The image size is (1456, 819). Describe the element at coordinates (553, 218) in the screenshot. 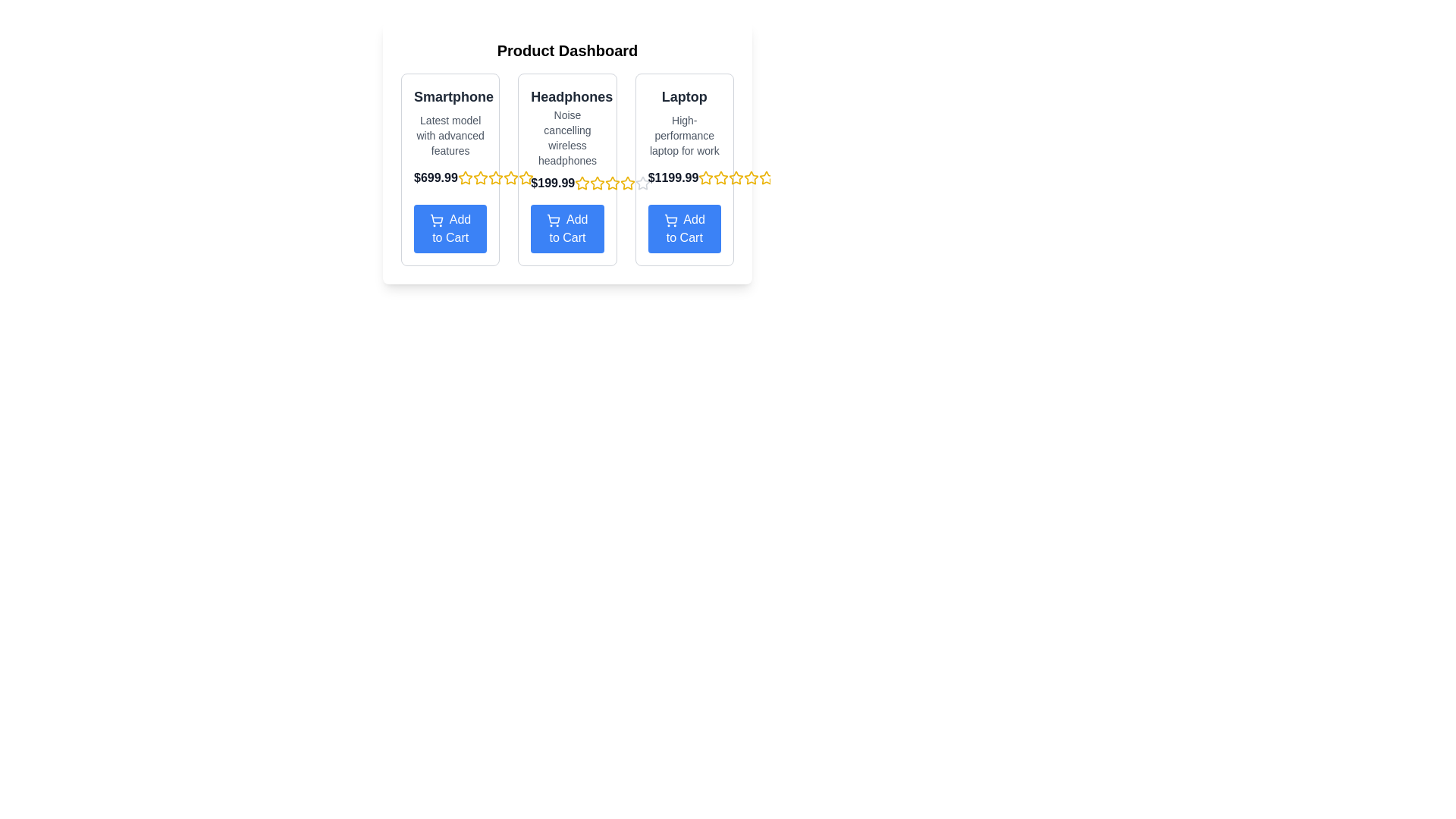

I see `the shopping cart icon in the 'Add to Cart' section for the second product card titled 'Headphones'` at that location.